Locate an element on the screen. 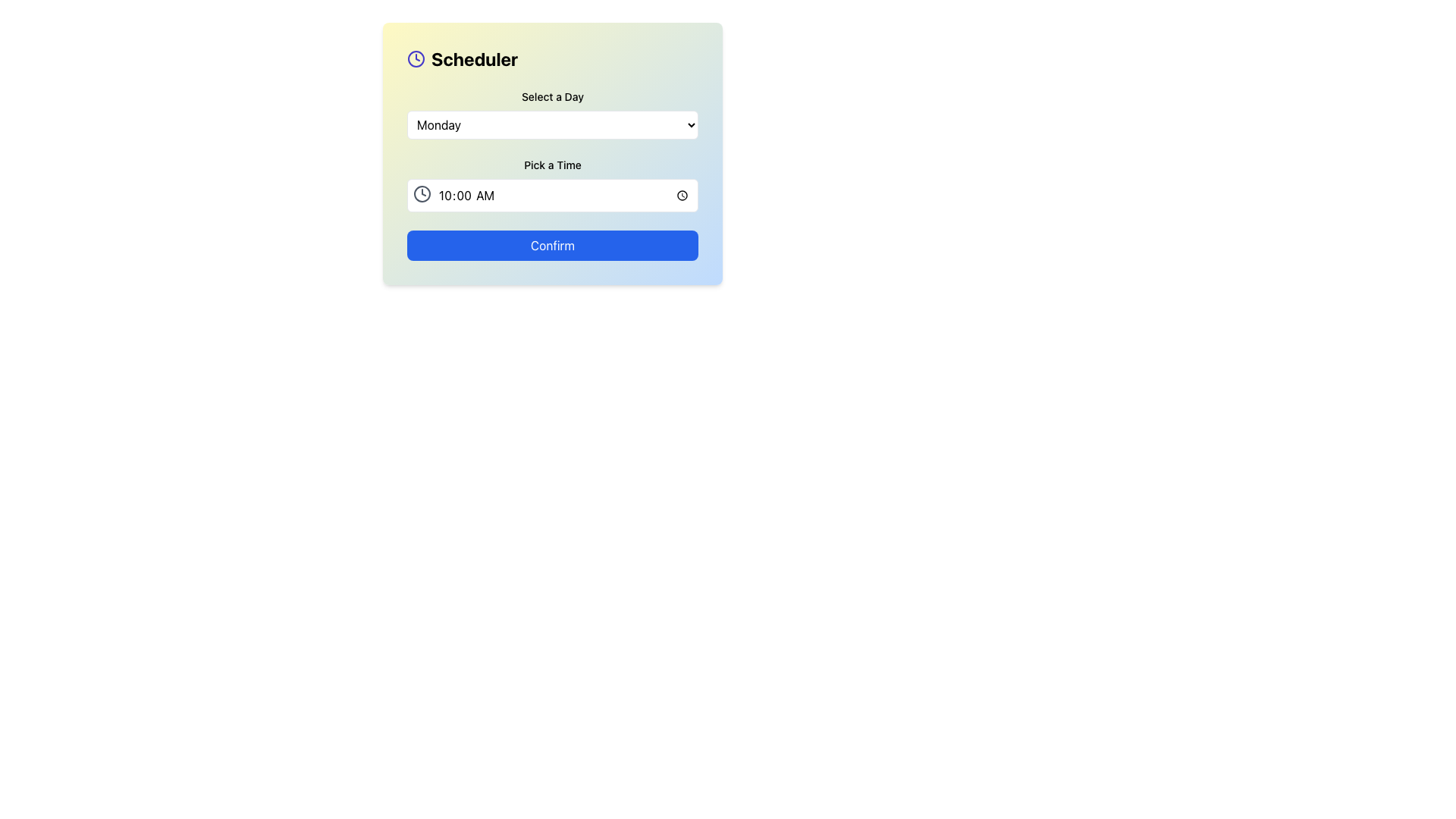  the clock icon located at the leftmost side of the header, next to the 'Scheduler' text is located at coordinates (416, 58).